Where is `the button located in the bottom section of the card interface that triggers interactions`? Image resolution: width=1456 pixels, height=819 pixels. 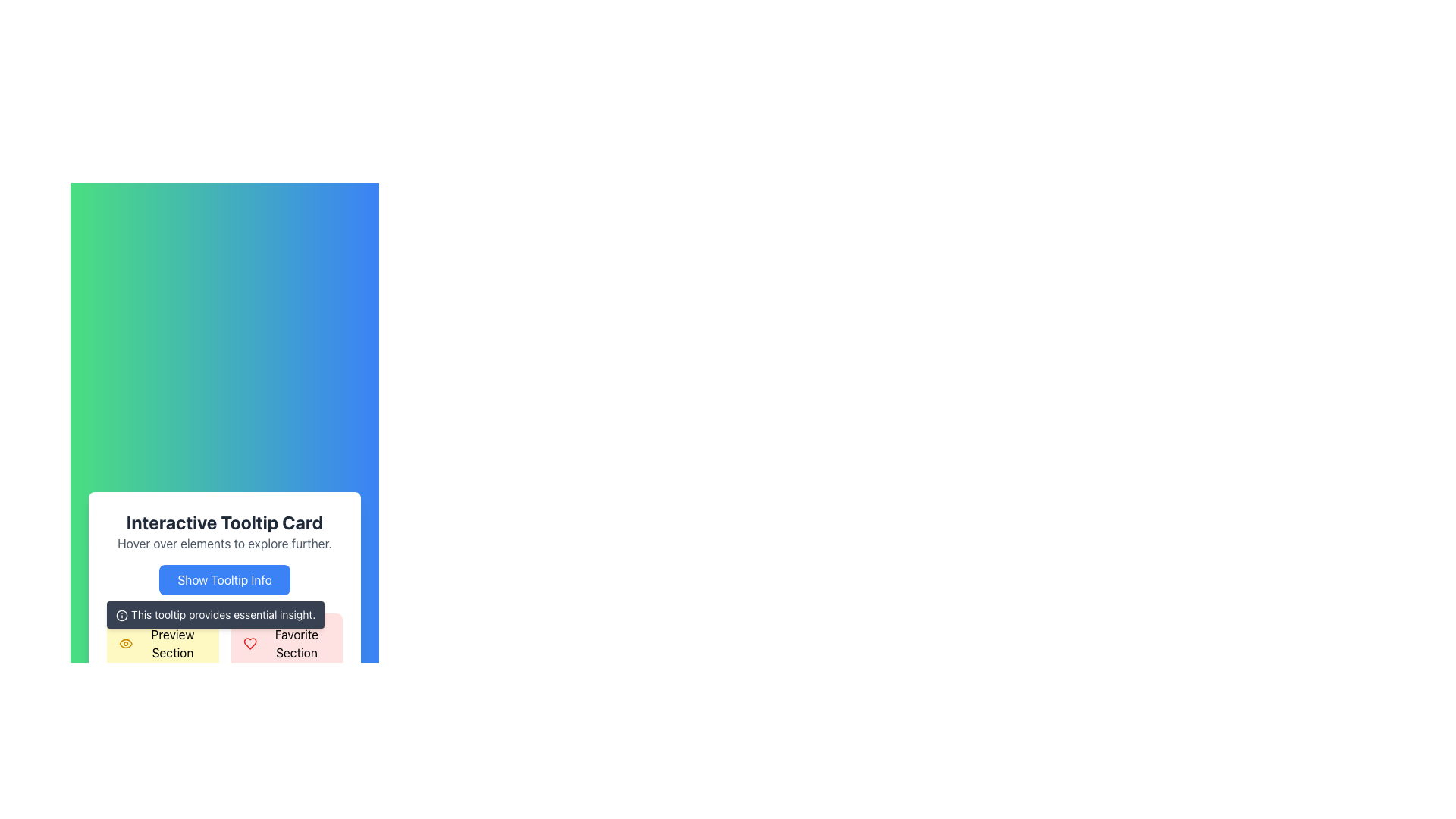 the button located in the bottom section of the card interface that triggers interactions is located at coordinates (224, 579).